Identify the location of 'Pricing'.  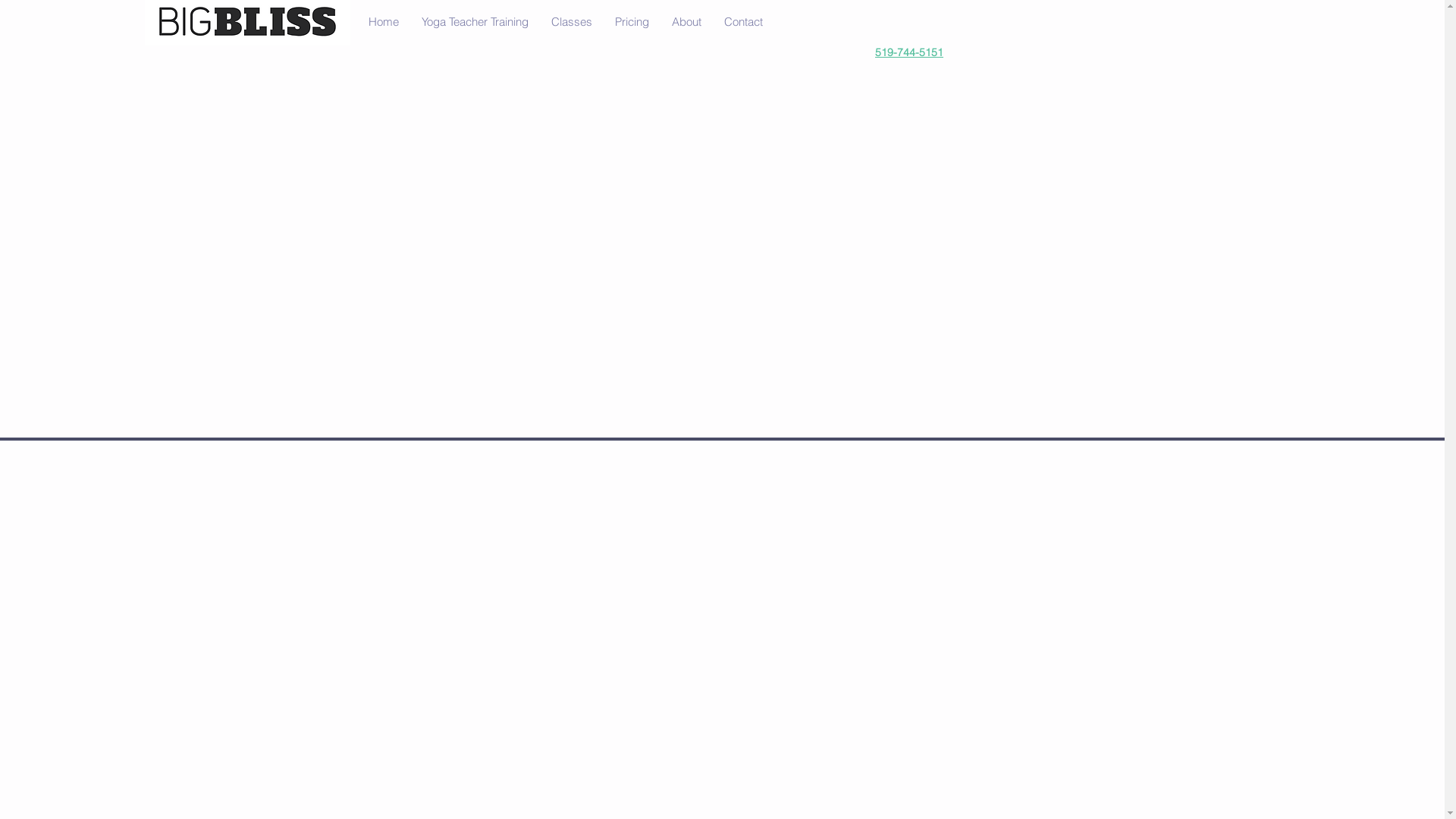
(632, 22).